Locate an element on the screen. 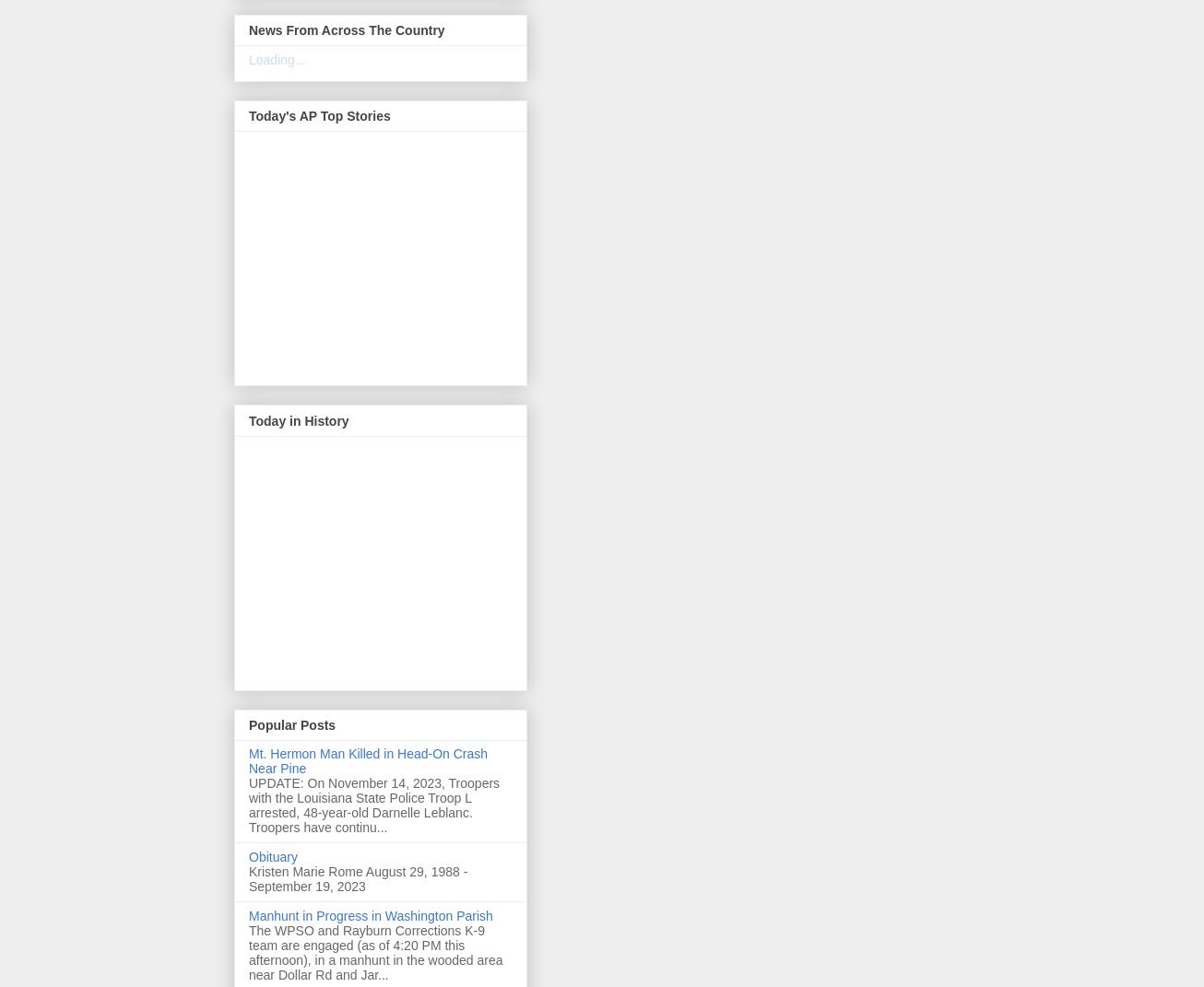  'Loading...' is located at coordinates (277, 59).